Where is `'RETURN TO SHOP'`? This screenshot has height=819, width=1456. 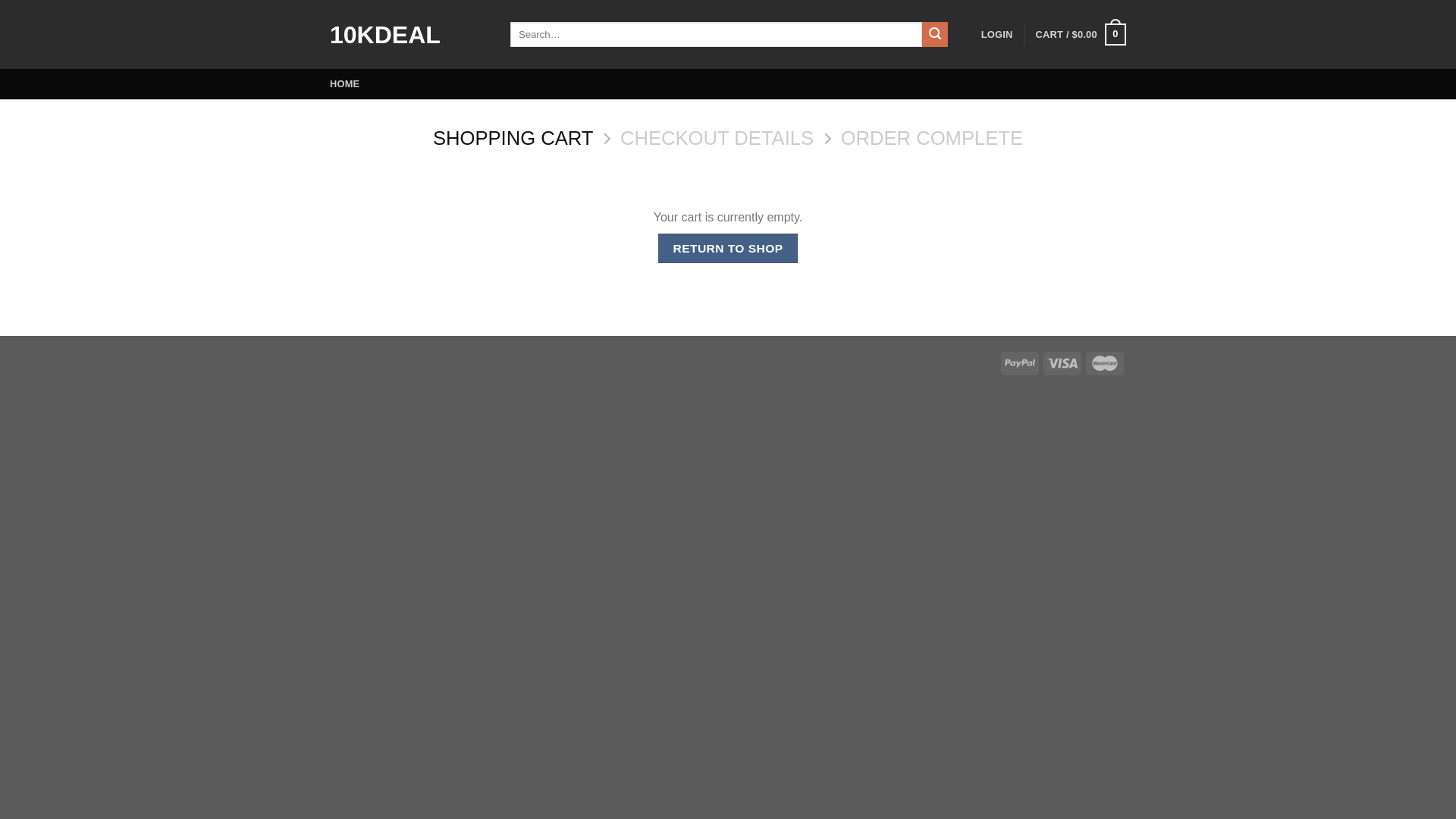 'RETURN TO SHOP' is located at coordinates (728, 247).